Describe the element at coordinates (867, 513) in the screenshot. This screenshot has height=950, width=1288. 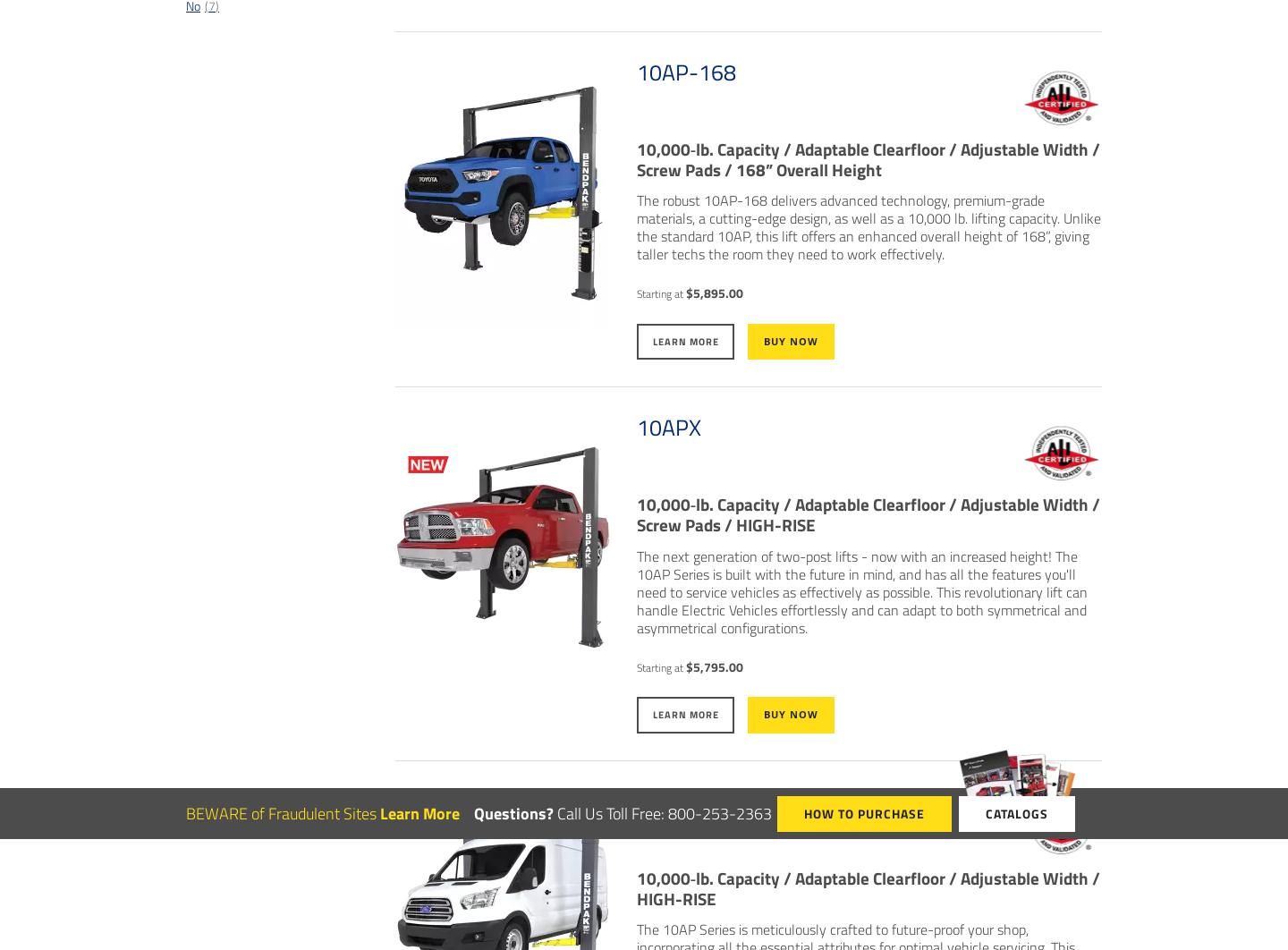
I see `'10,000‐lb. Capacity / Adaptable Clearfloor / Adjustable Width / Screw Pads / HIGH-RISE'` at that location.